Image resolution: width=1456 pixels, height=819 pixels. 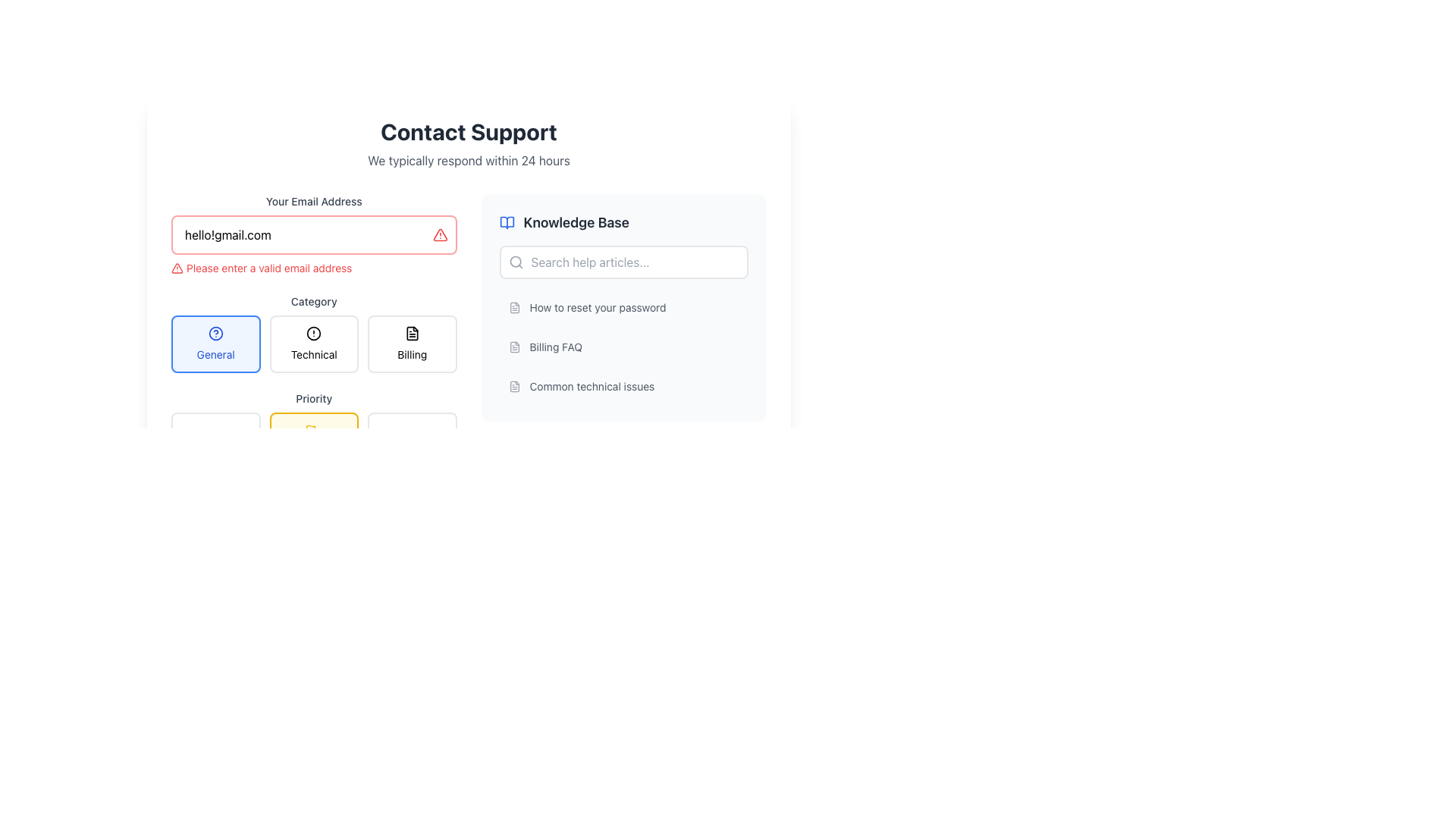 I want to click on the 'Text link' located in the 'Knowledge Base' section on the right-hand side, which serves as a navigation item, so click(x=597, y=307).